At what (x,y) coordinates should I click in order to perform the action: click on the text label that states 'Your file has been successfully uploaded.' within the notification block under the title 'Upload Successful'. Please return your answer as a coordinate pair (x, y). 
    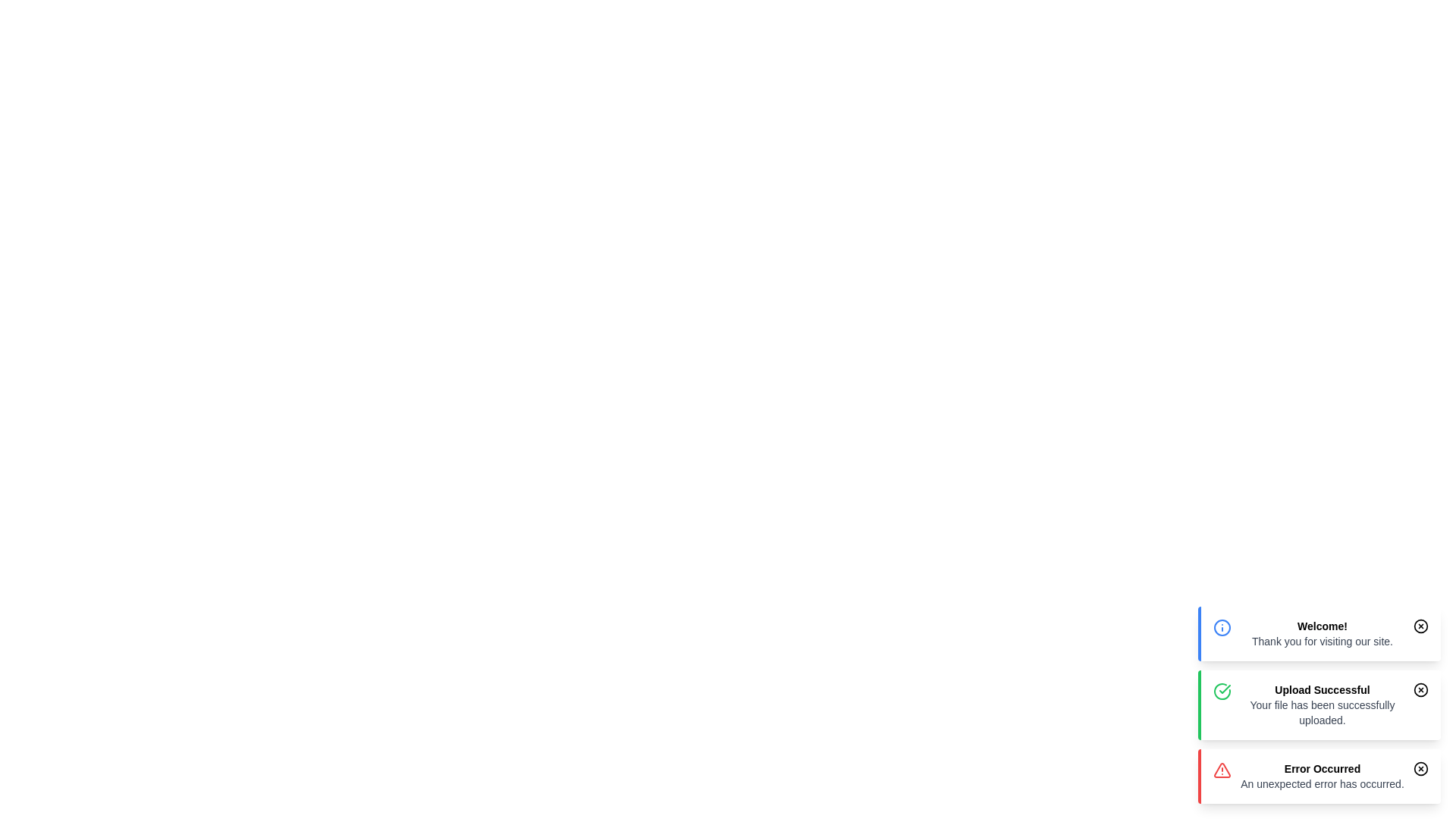
    Looking at the image, I should click on (1321, 713).